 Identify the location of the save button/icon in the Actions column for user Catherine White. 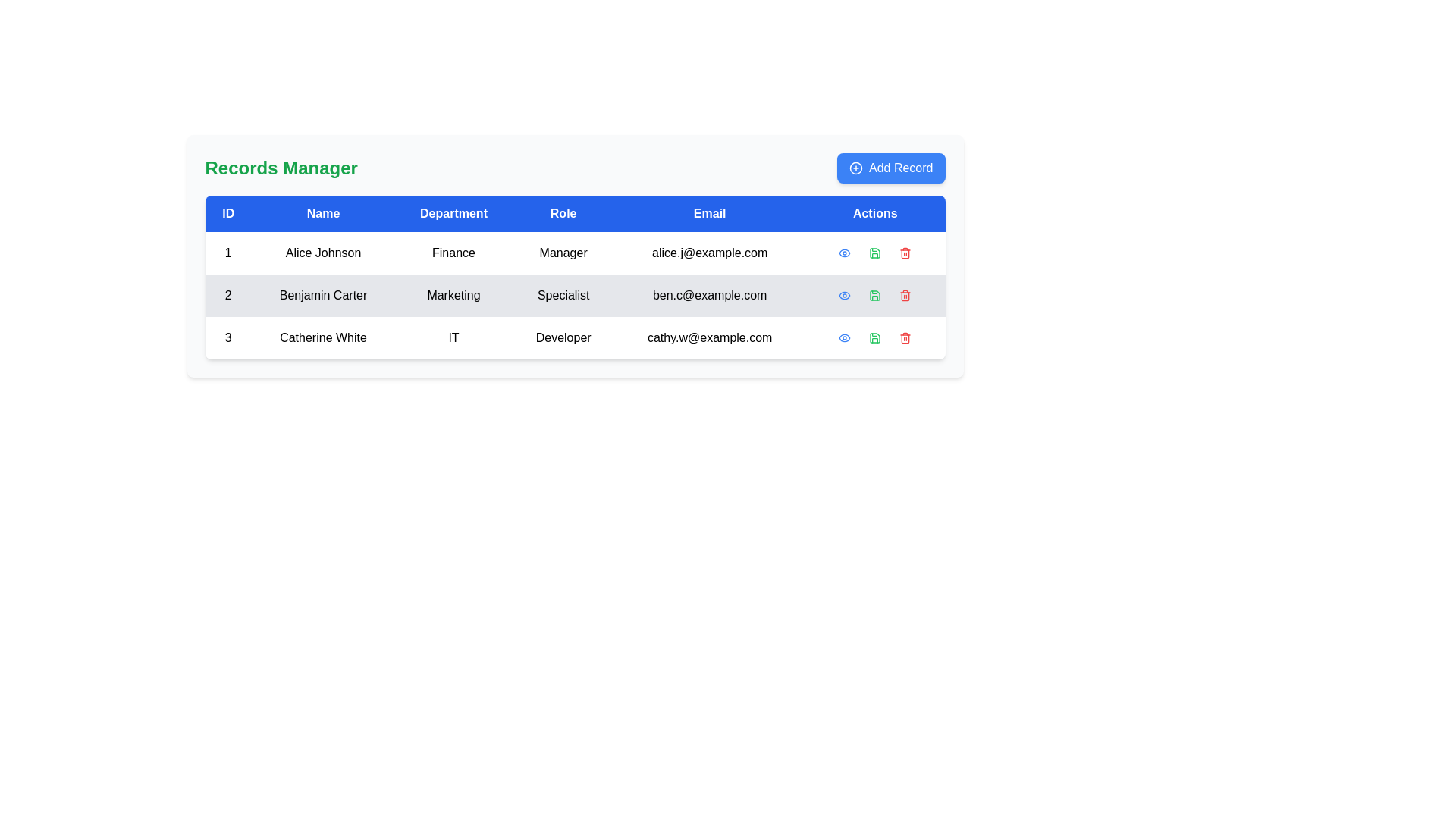
(875, 337).